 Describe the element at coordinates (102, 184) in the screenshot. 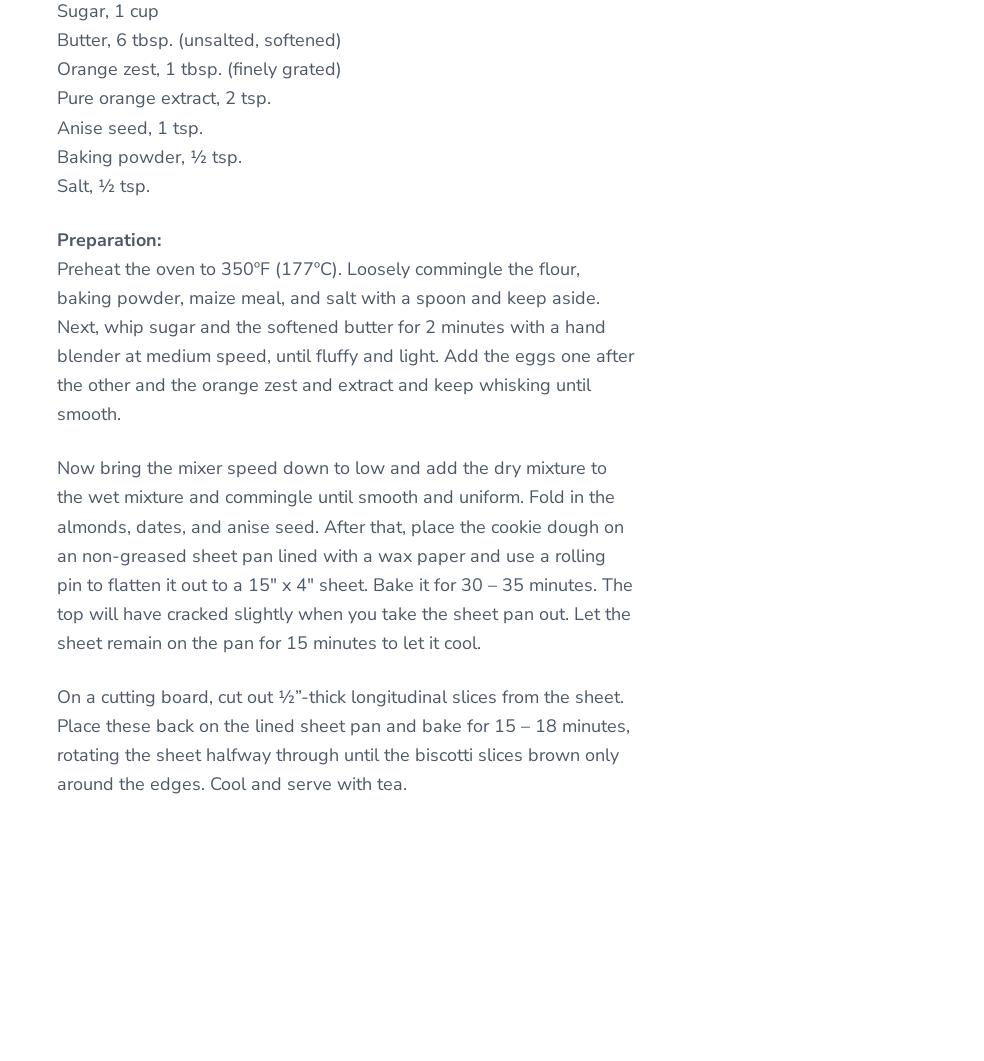

I see `'Salt, ½ tsp.'` at that location.